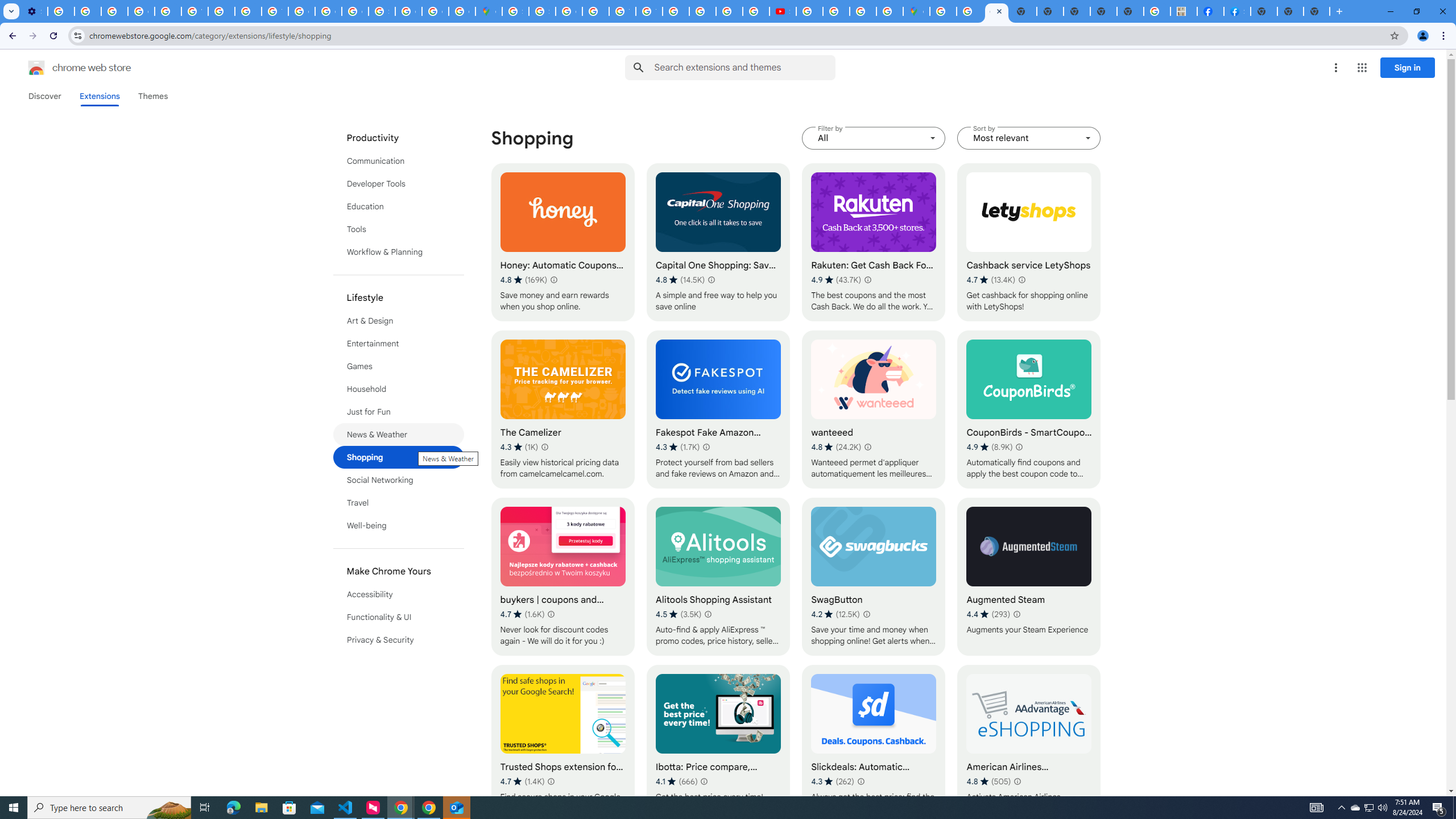 This screenshot has height=819, width=1456. I want to click on 'Trusted Shops extension for Google Chrome', so click(562, 743).